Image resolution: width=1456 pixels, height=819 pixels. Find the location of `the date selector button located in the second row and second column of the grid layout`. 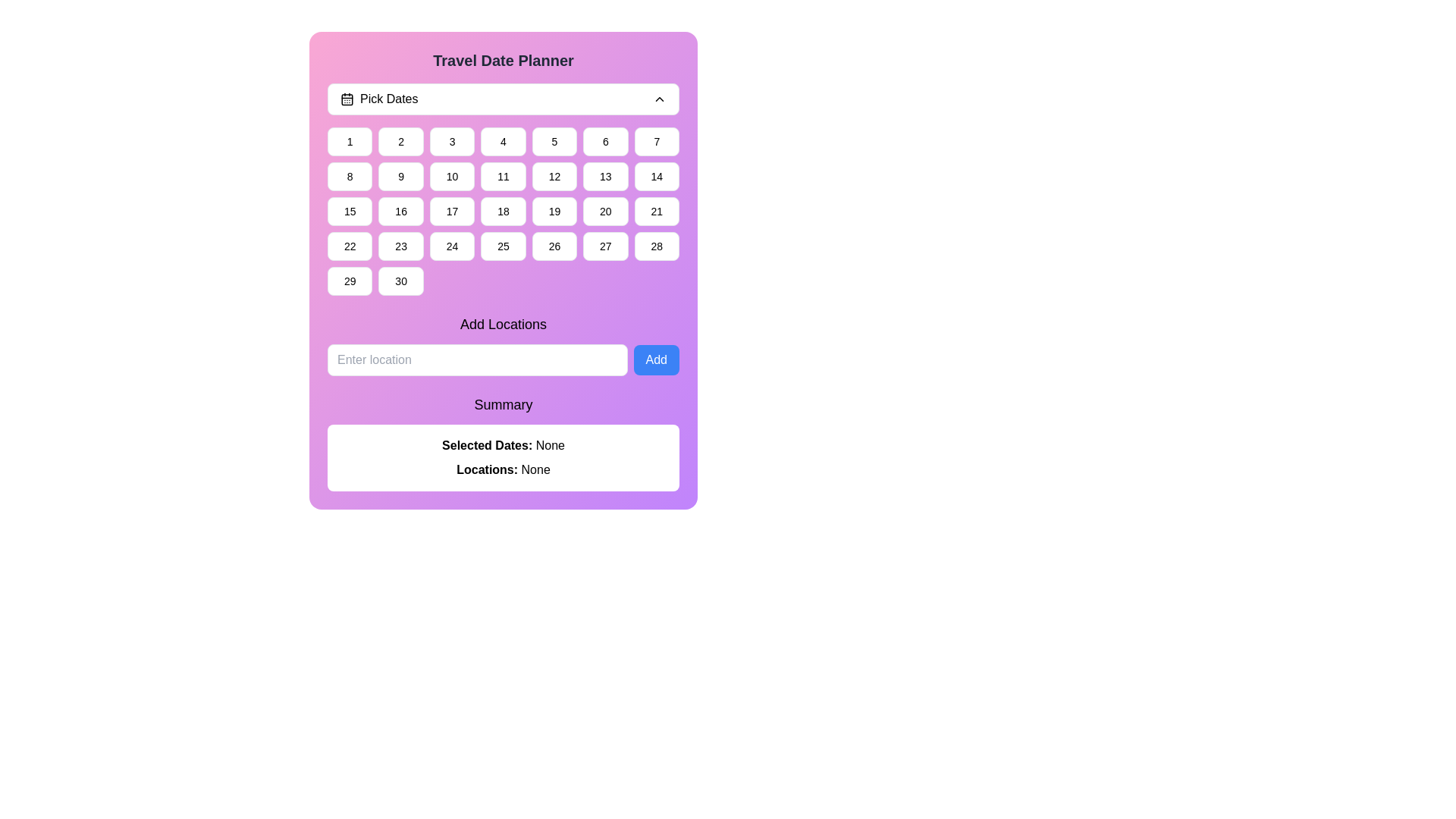

the date selector button located in the second row and second column of the grid layout is located at coordinates (401, 175).